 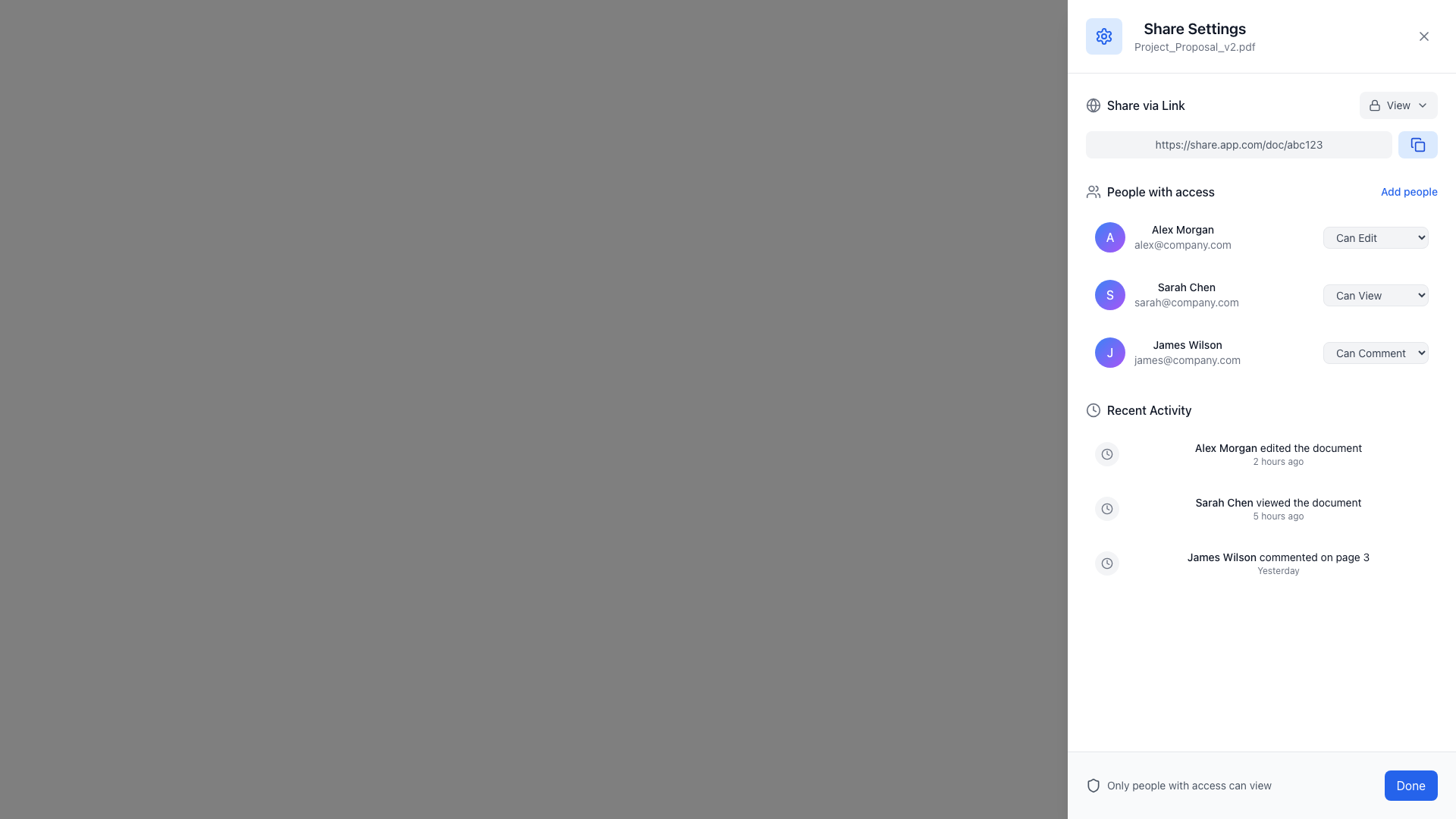 I want to click on the Profile badge representing the user 'James Wilson', so click(x=1110, y=353).